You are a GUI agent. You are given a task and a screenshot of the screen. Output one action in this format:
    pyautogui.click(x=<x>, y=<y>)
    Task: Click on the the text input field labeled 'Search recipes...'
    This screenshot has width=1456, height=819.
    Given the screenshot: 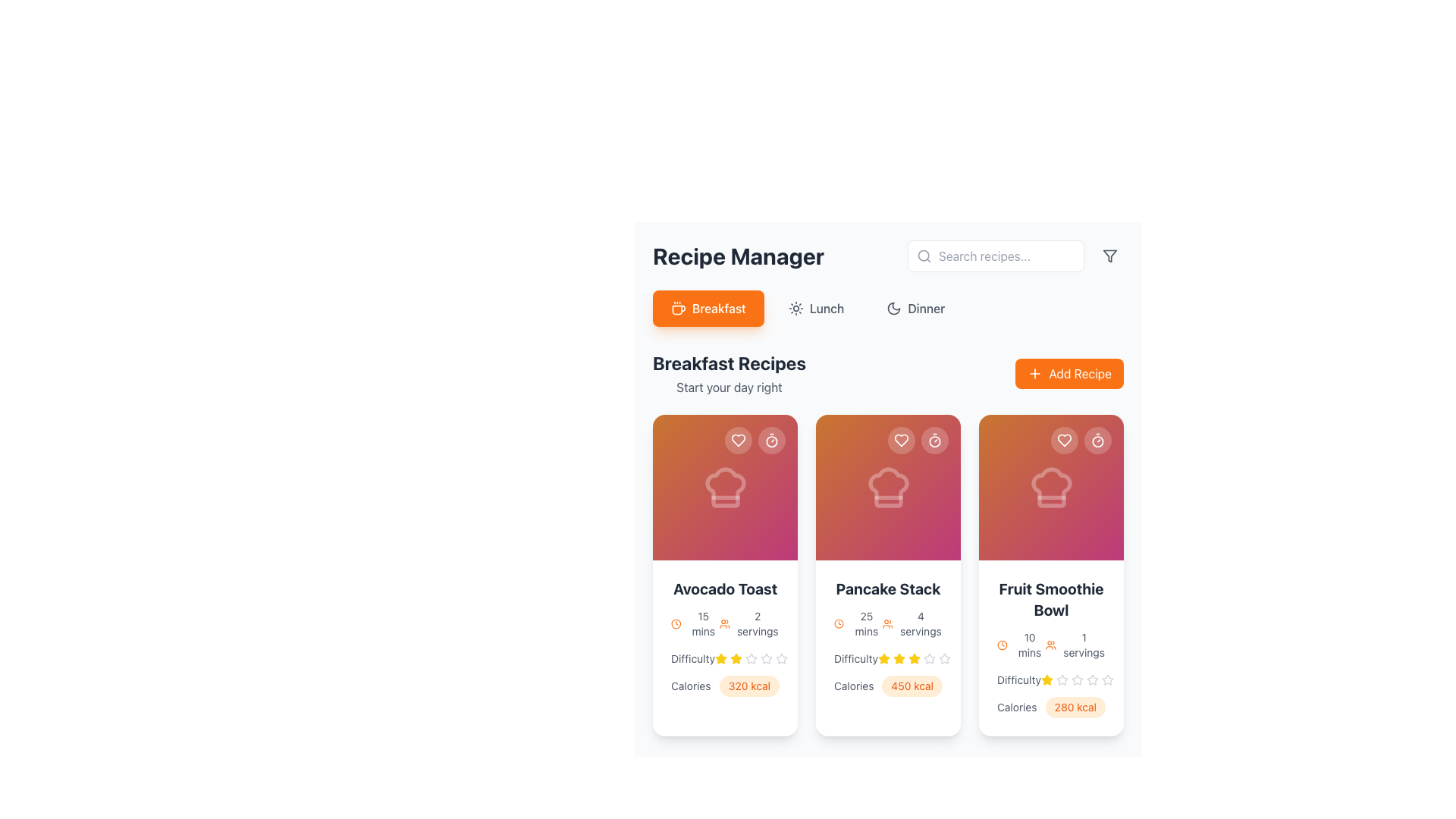 What is the action you would take?
    pyautogui.click(x=996, y=256)
    